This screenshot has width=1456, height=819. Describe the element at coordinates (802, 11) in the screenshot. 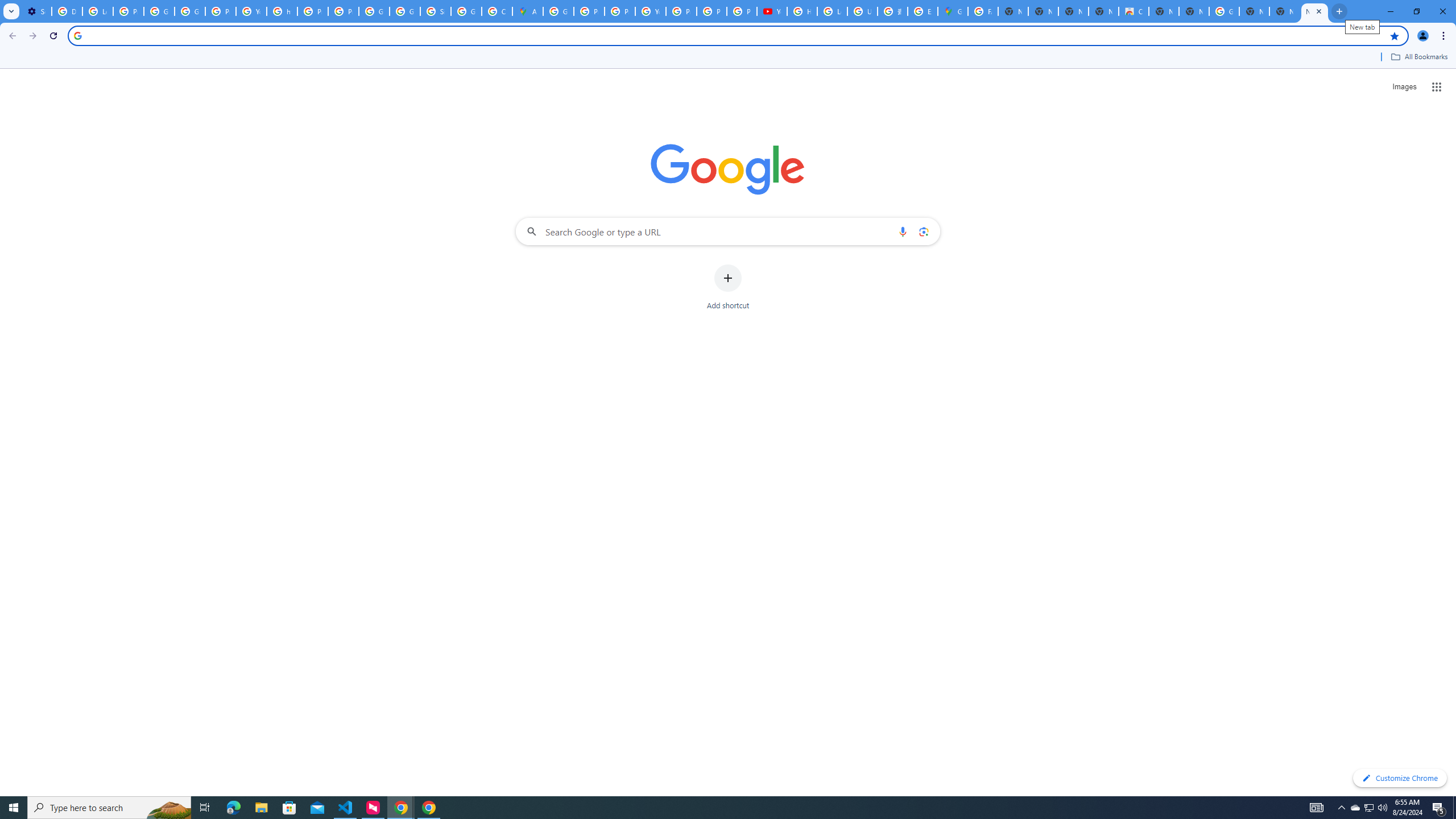

I see `'How Chrome protects your passwords - Google Chrome Help'` at that location.